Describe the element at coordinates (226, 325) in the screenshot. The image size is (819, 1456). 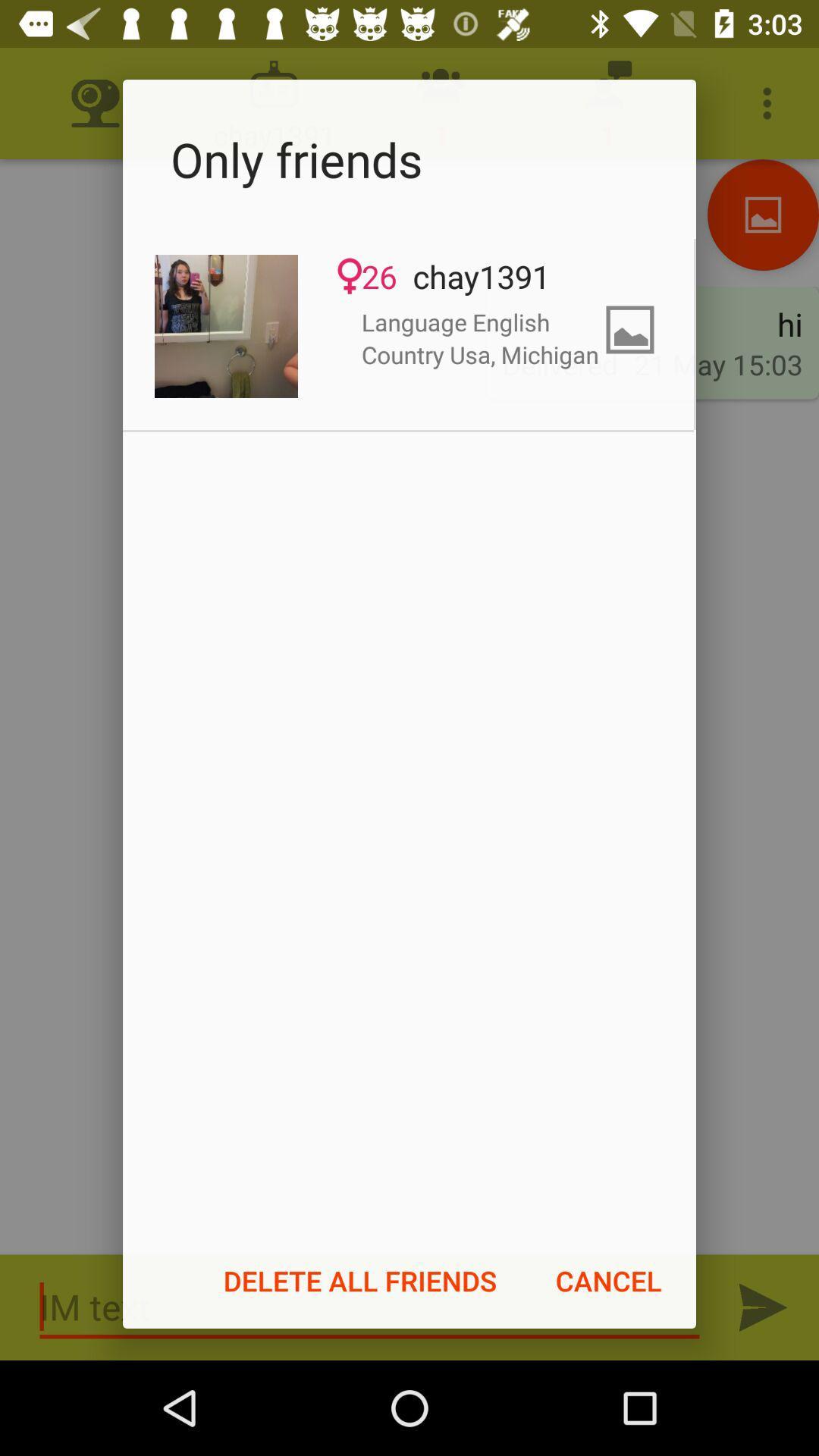
I see `icon above the delete all friends icon` at that location.